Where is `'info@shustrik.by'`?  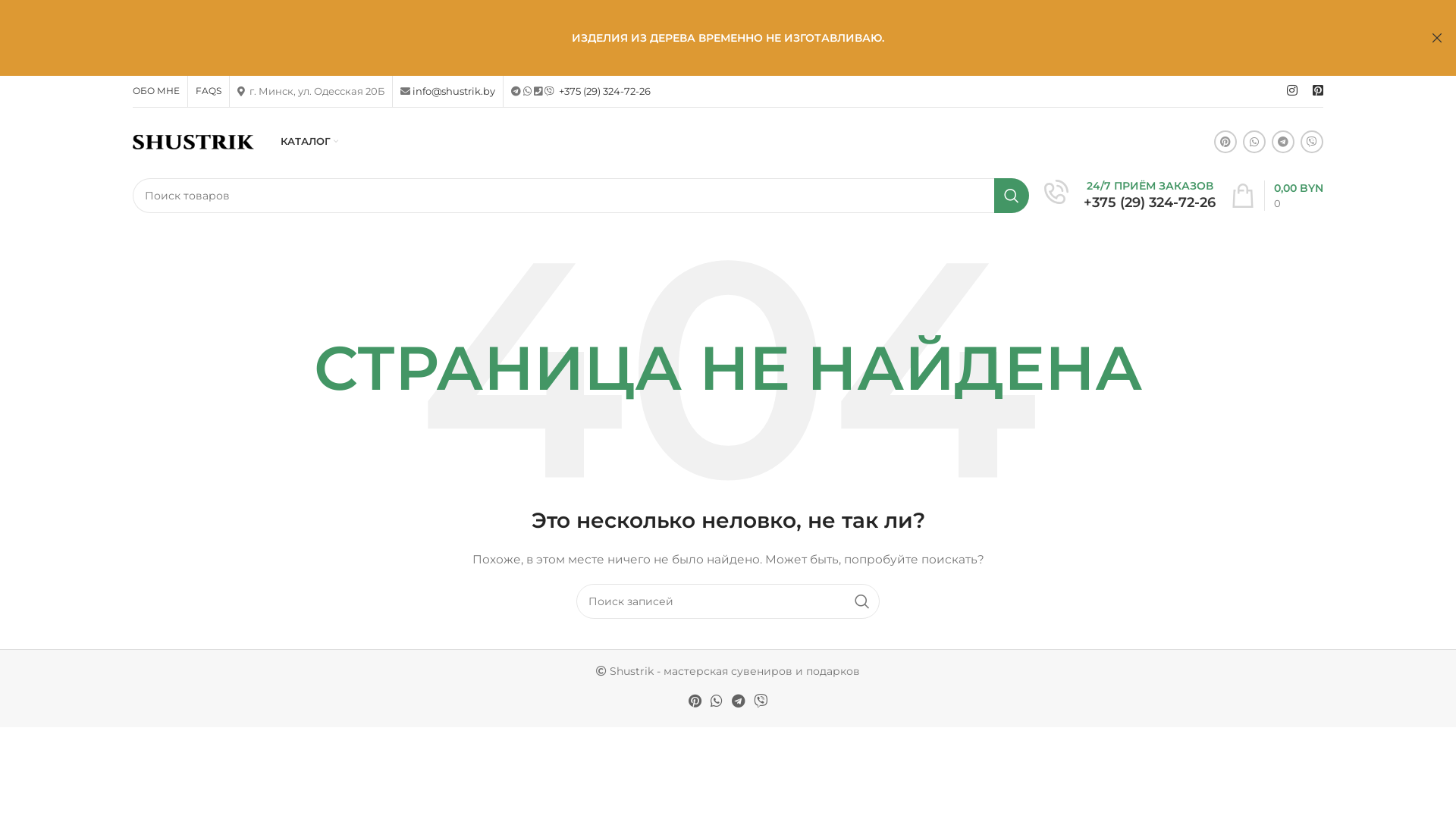
'info@shustrik.by' is located at coordinates (453, 90).